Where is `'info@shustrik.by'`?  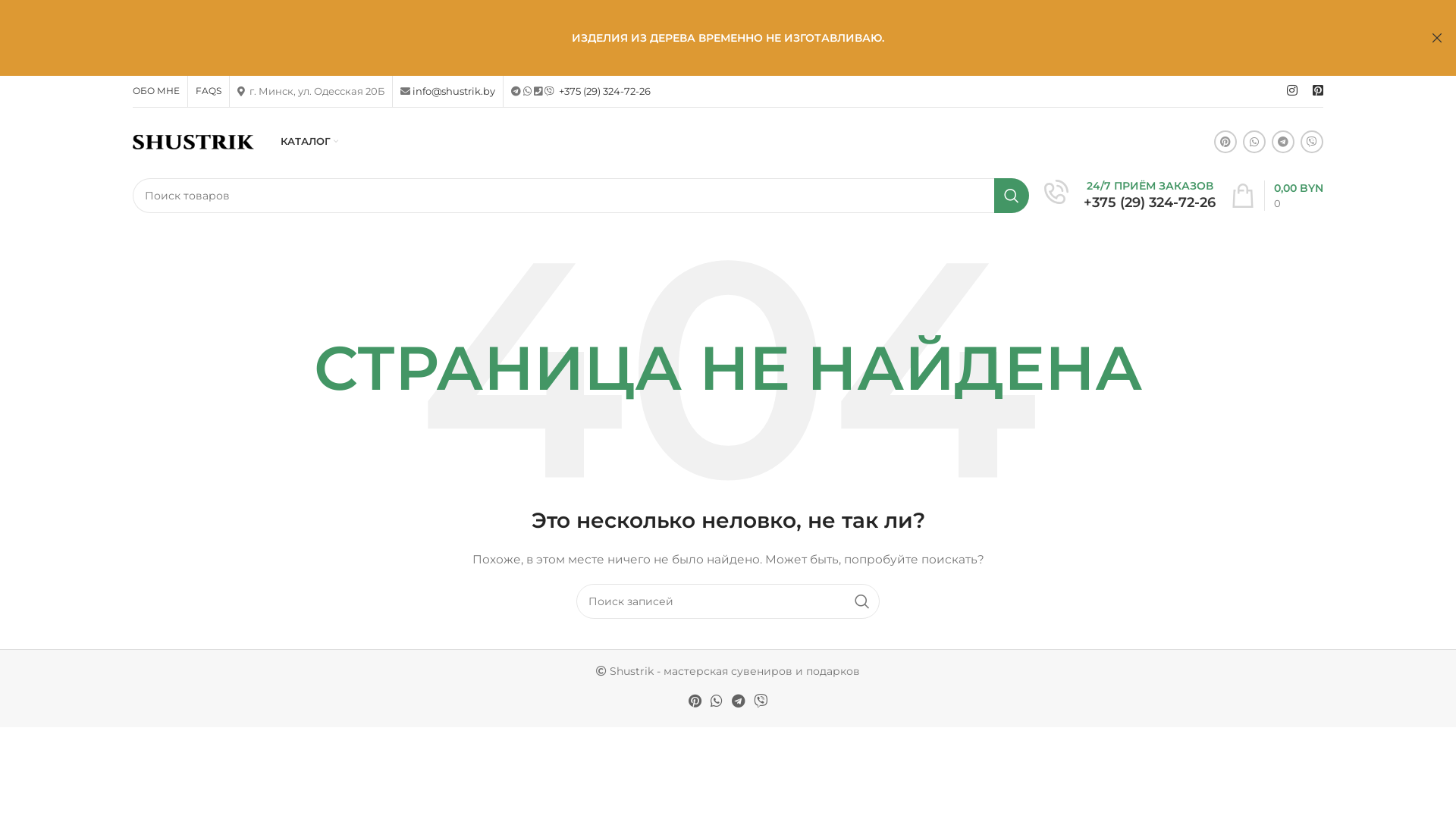
'info@shustrik.by' is located at coordinates (453, 90).